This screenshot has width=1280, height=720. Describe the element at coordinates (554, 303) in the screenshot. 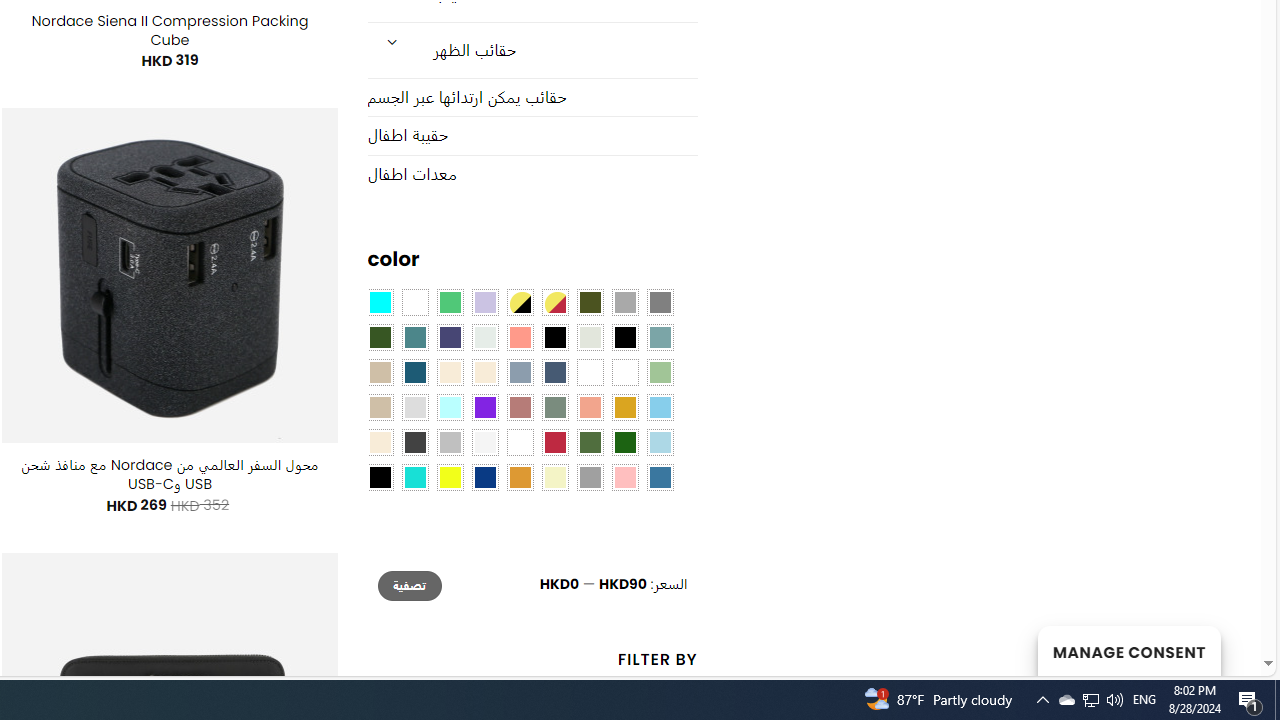

I see `'Yellow-Red'` at that location.